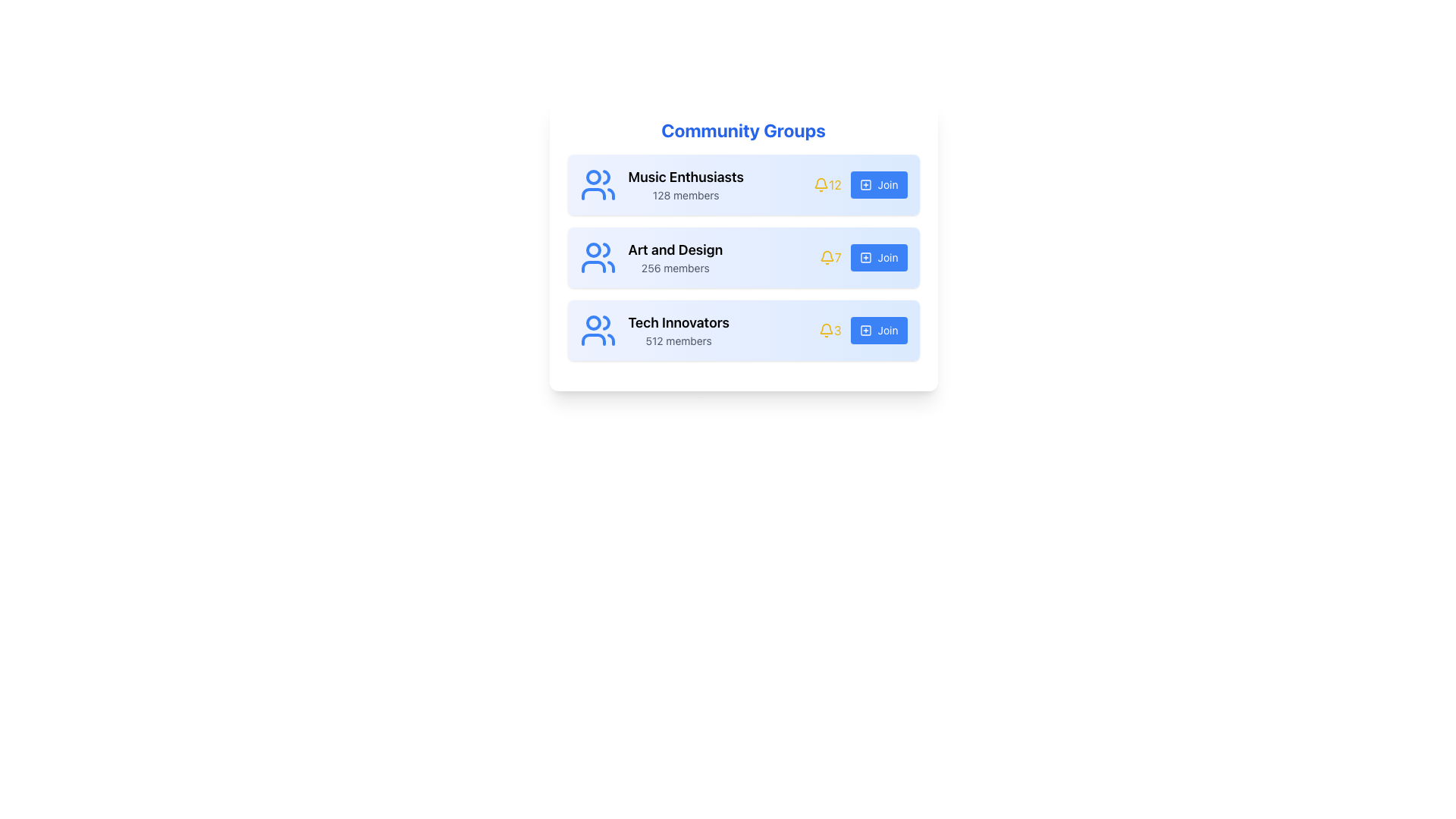  Describe the element at coordinates (865, 256) in the screenshot. I see `the SVG graphical element styled as a button component, which serves as a visual icon for the 'Join' action in the community groups list, located adjacent to the 'Join' button` at that location.